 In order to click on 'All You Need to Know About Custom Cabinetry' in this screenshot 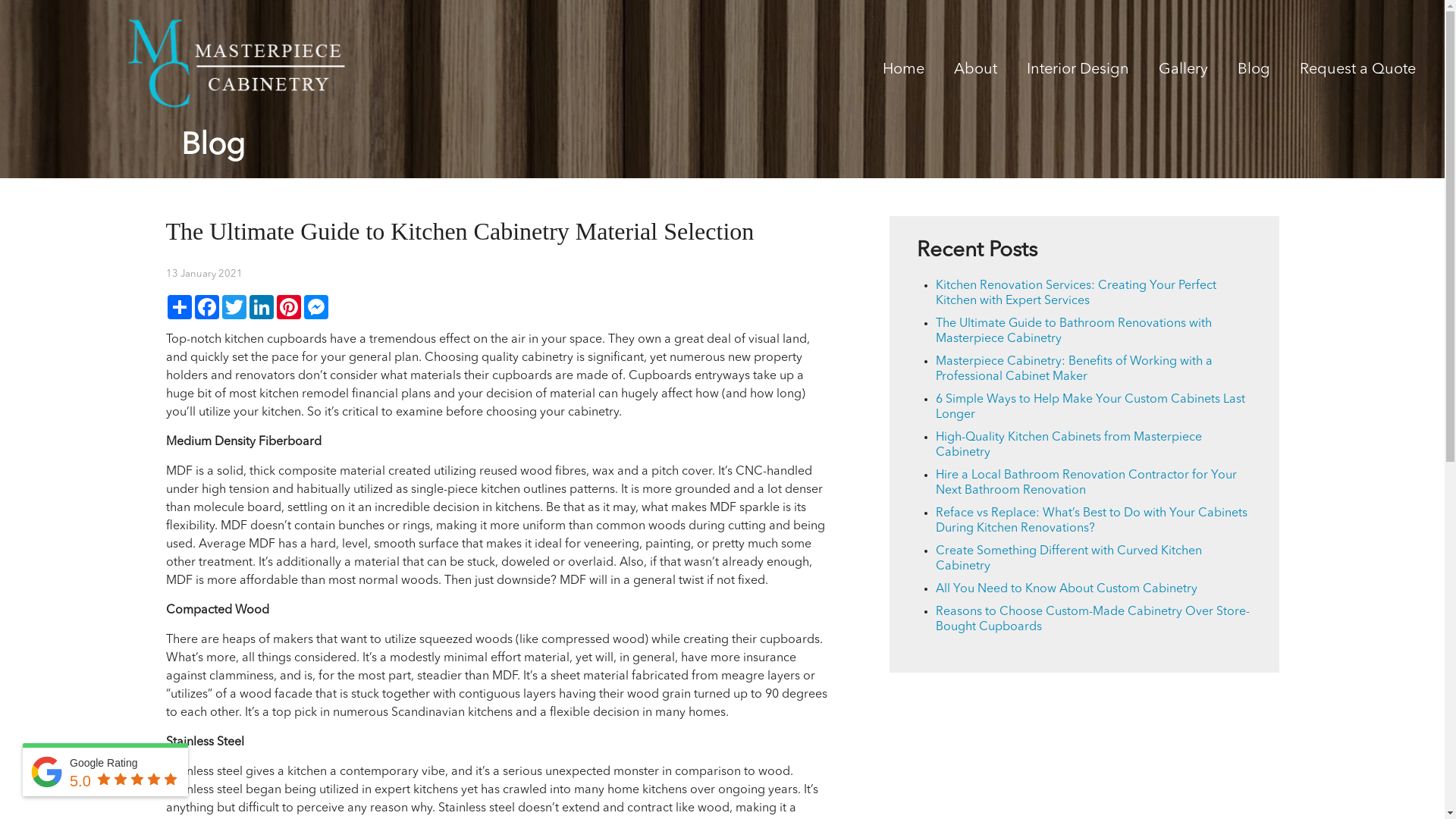, I will do `click(934, 588)`.